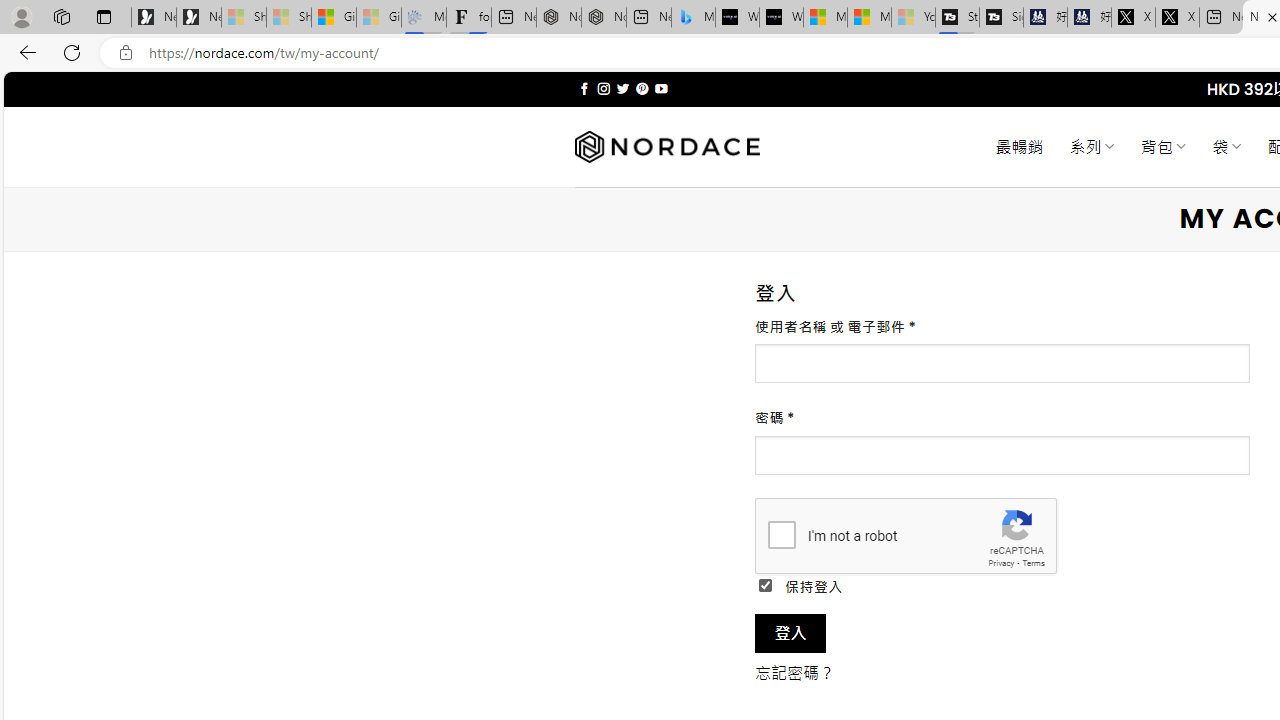  What do you see at coordinates (825, 17) in the screenshot?
I see `'Microsoft Start Sports'` at bounding box center [825, 17].